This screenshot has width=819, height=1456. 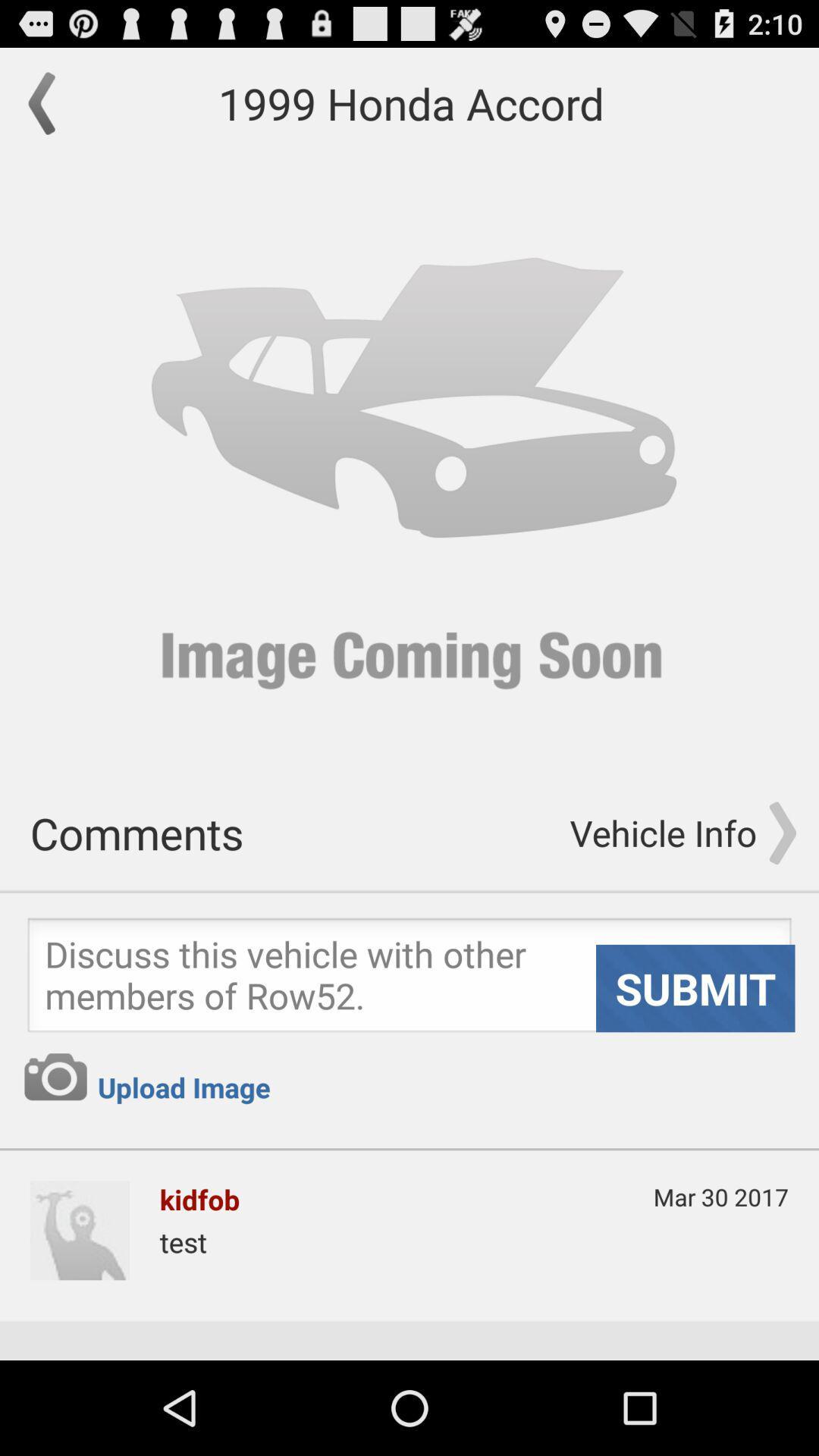 I want to click on click the icon to upload image, so click(x=55, y=1076).